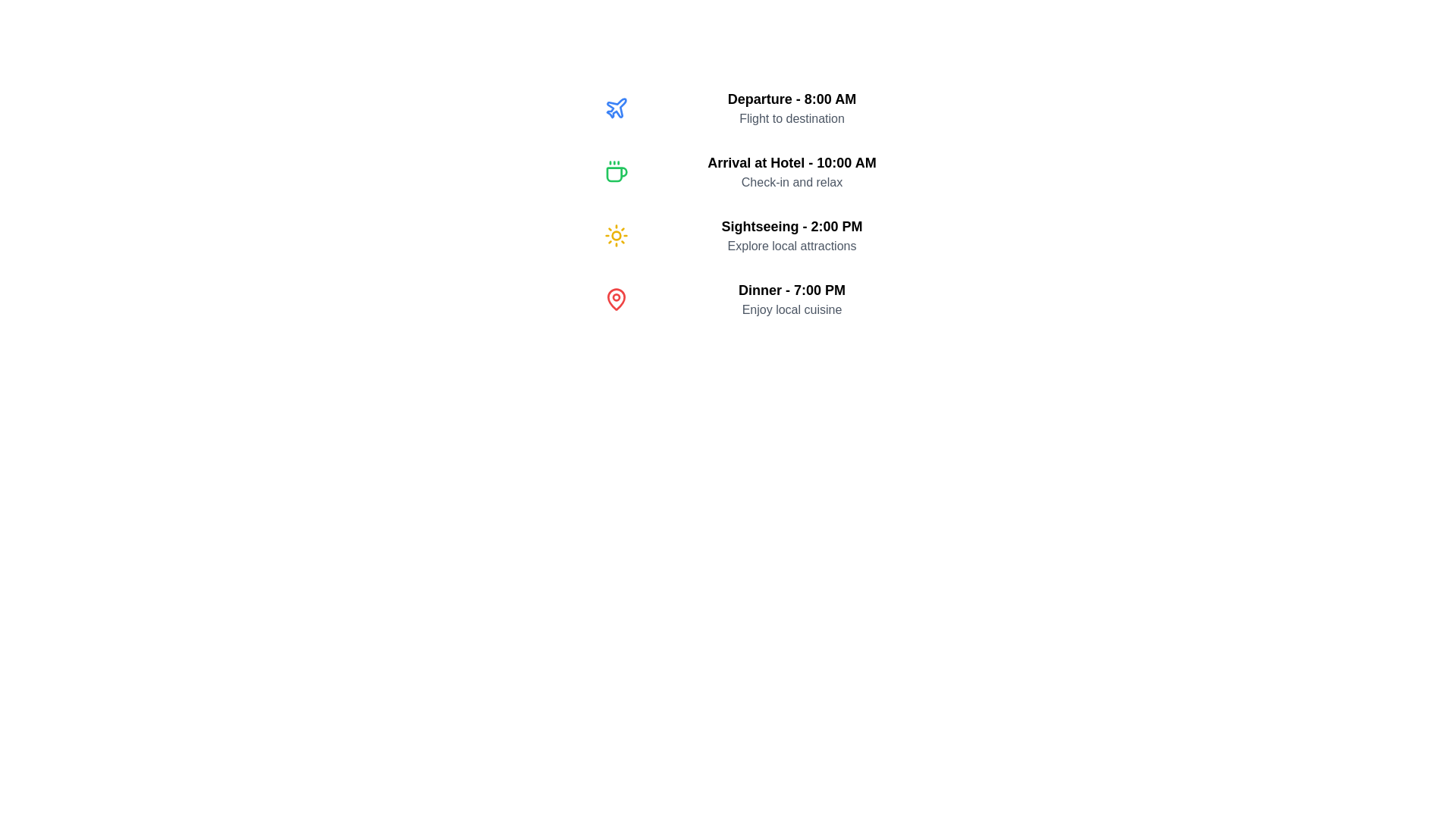 Image resolution: width=1456 pixels, height=819 pixels. I want to click on the graphical sun icon, which is yellow and has rays extending outward, located in the third row of items to the left of the text 'Sightseeing - 2:00 PM Explore local attractions', so click(616, 236).